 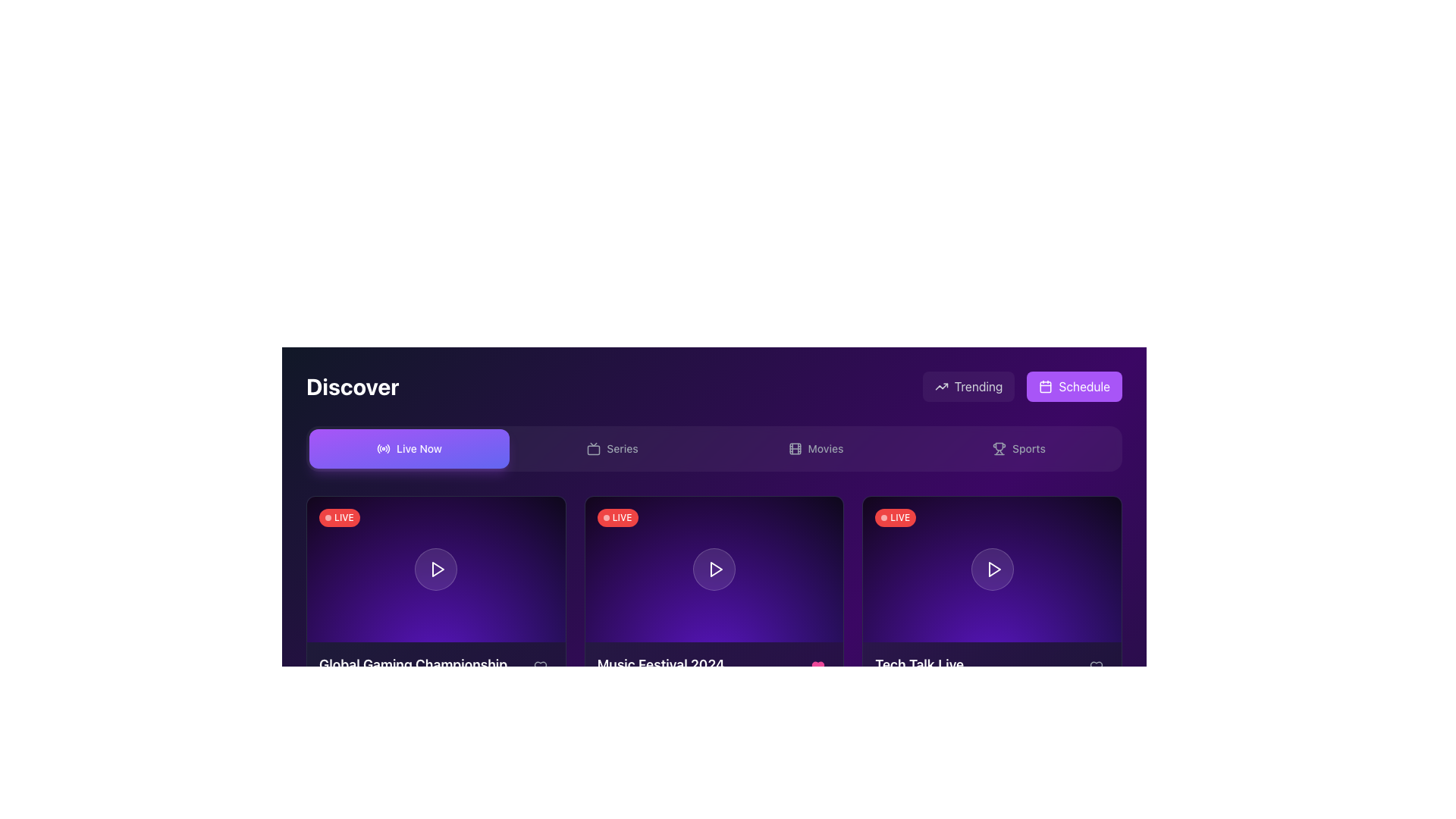 I want to click on the heart-shaped icon in the bottom-right corner of the 'Music Festival 2024' section to favorite or like the content, so click(x=540, y=666).